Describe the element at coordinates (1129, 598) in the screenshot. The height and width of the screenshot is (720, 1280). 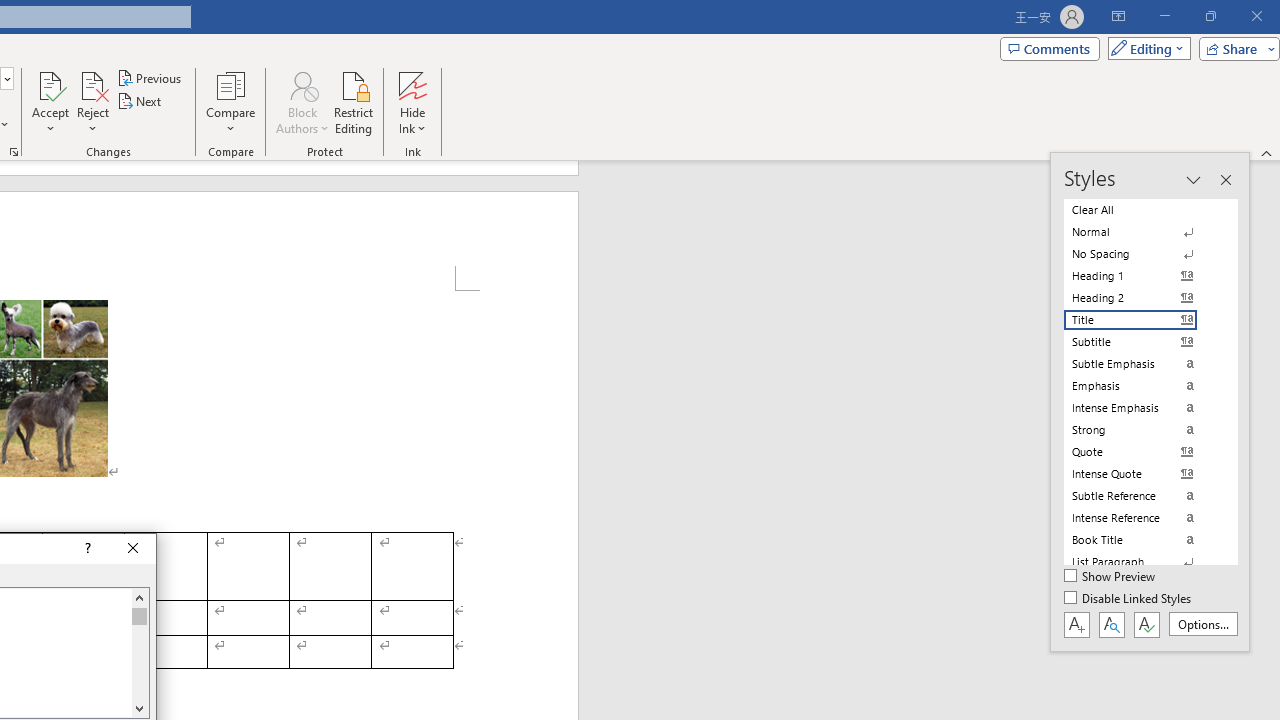
I see `'Disable Linked Styles'` at that location.